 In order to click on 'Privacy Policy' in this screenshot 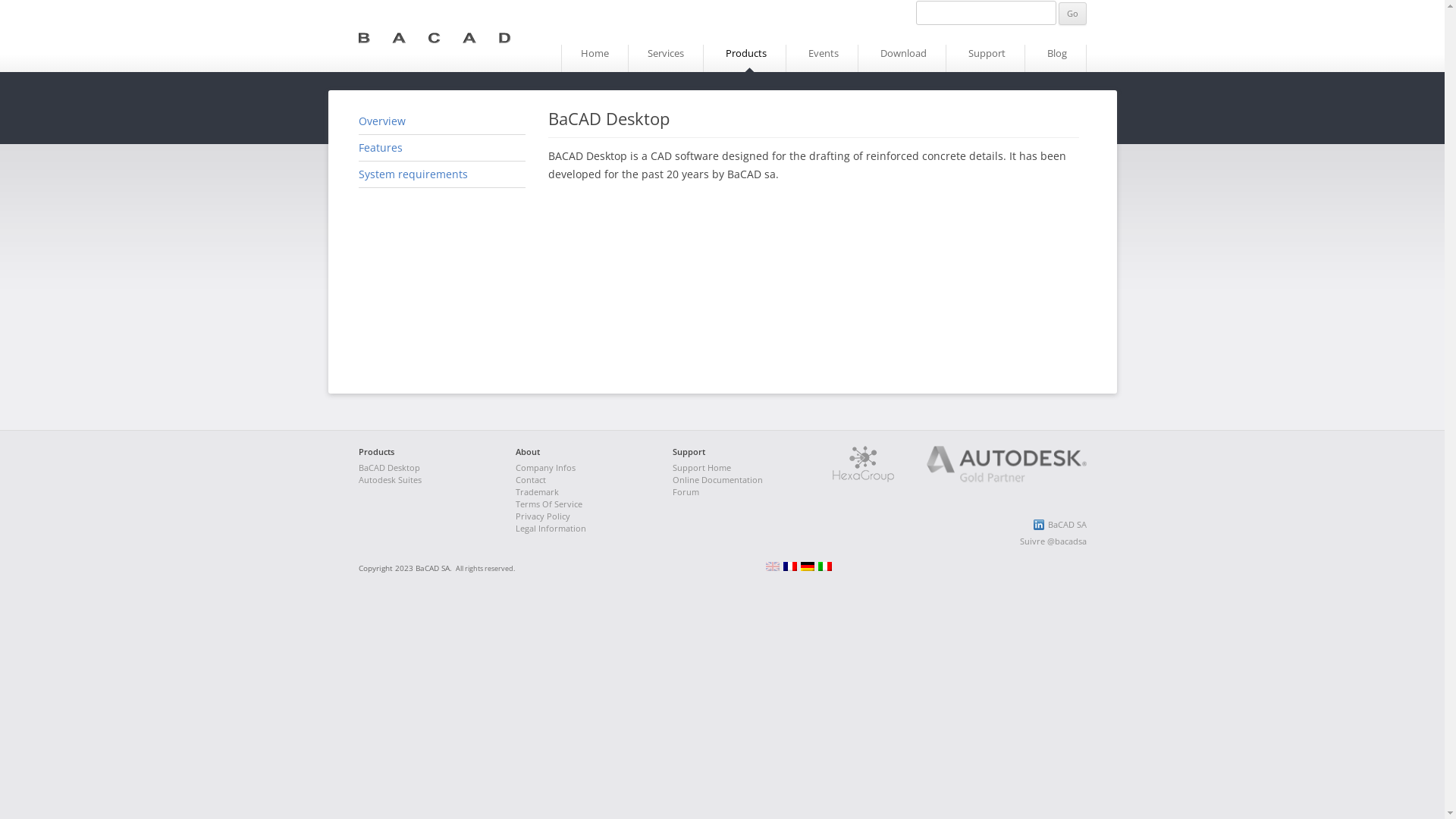, I will do `click(516, 515)`.